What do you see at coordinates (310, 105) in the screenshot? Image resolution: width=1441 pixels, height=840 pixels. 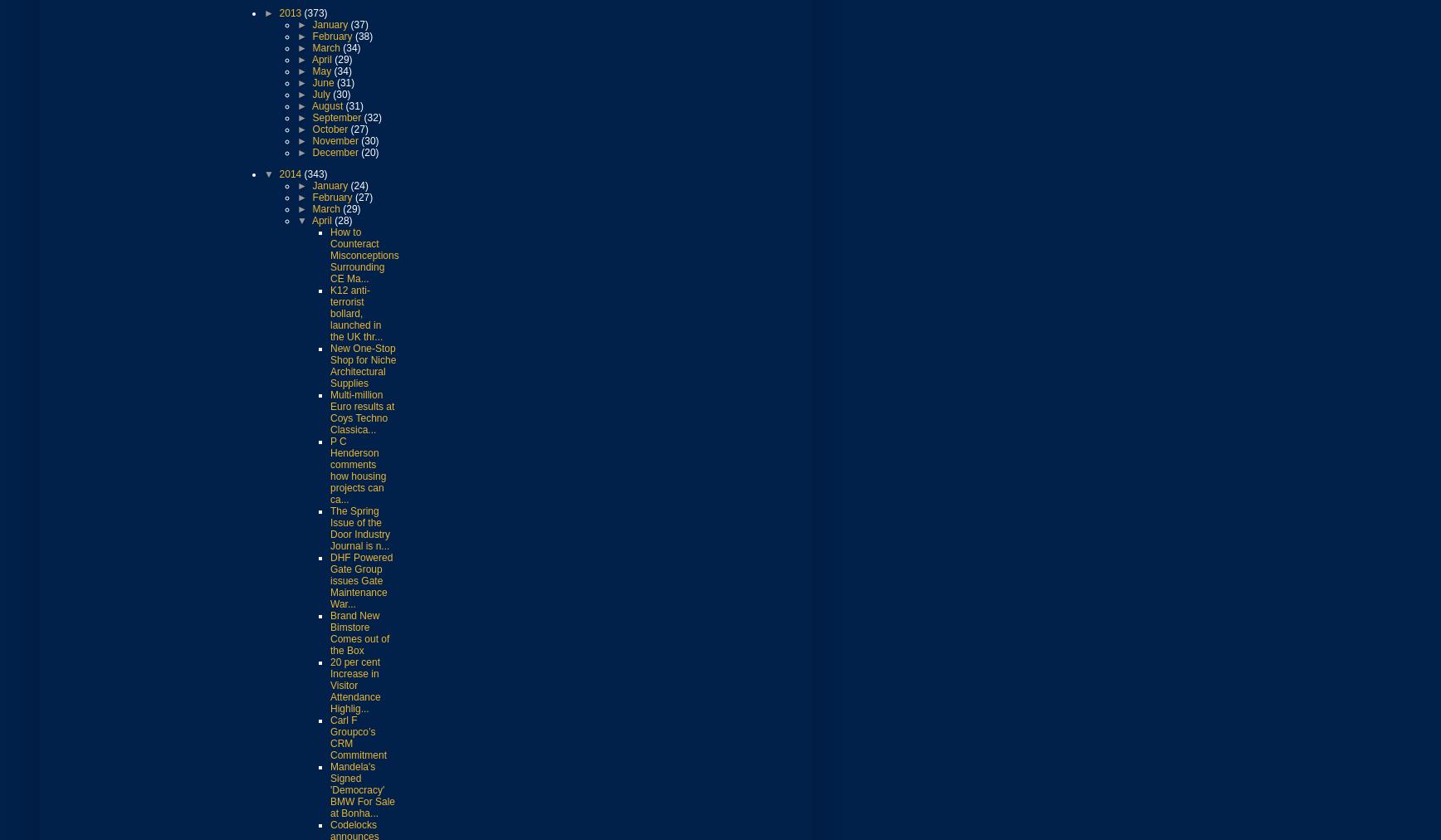 I see `'August'` at bounding box center [310, 105].